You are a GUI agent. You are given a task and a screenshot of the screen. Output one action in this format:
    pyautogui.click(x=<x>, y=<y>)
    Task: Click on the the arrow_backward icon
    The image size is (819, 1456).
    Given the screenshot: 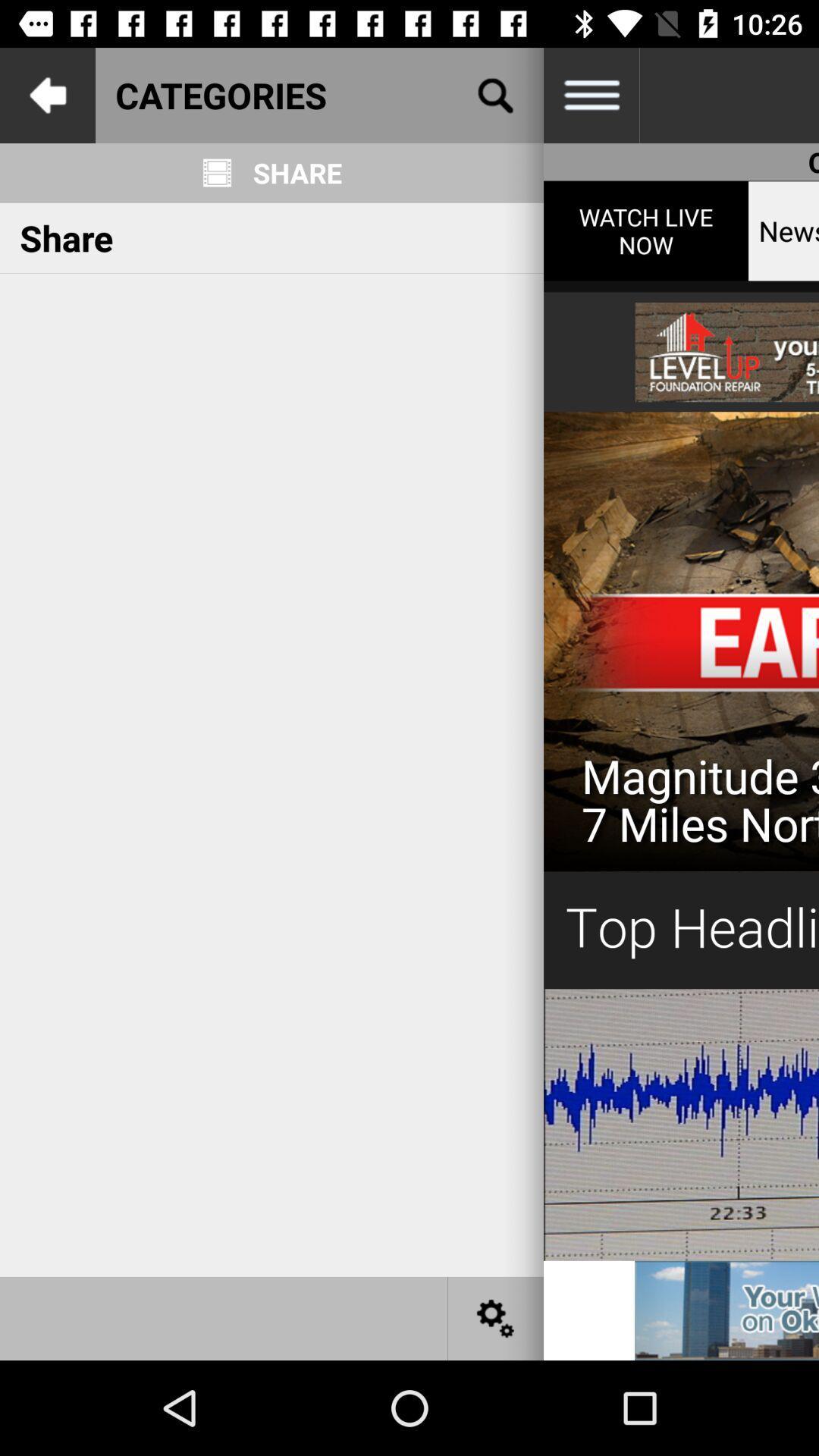 What is the action you would take?
    pyautogui.click(x=46, y=94)
    